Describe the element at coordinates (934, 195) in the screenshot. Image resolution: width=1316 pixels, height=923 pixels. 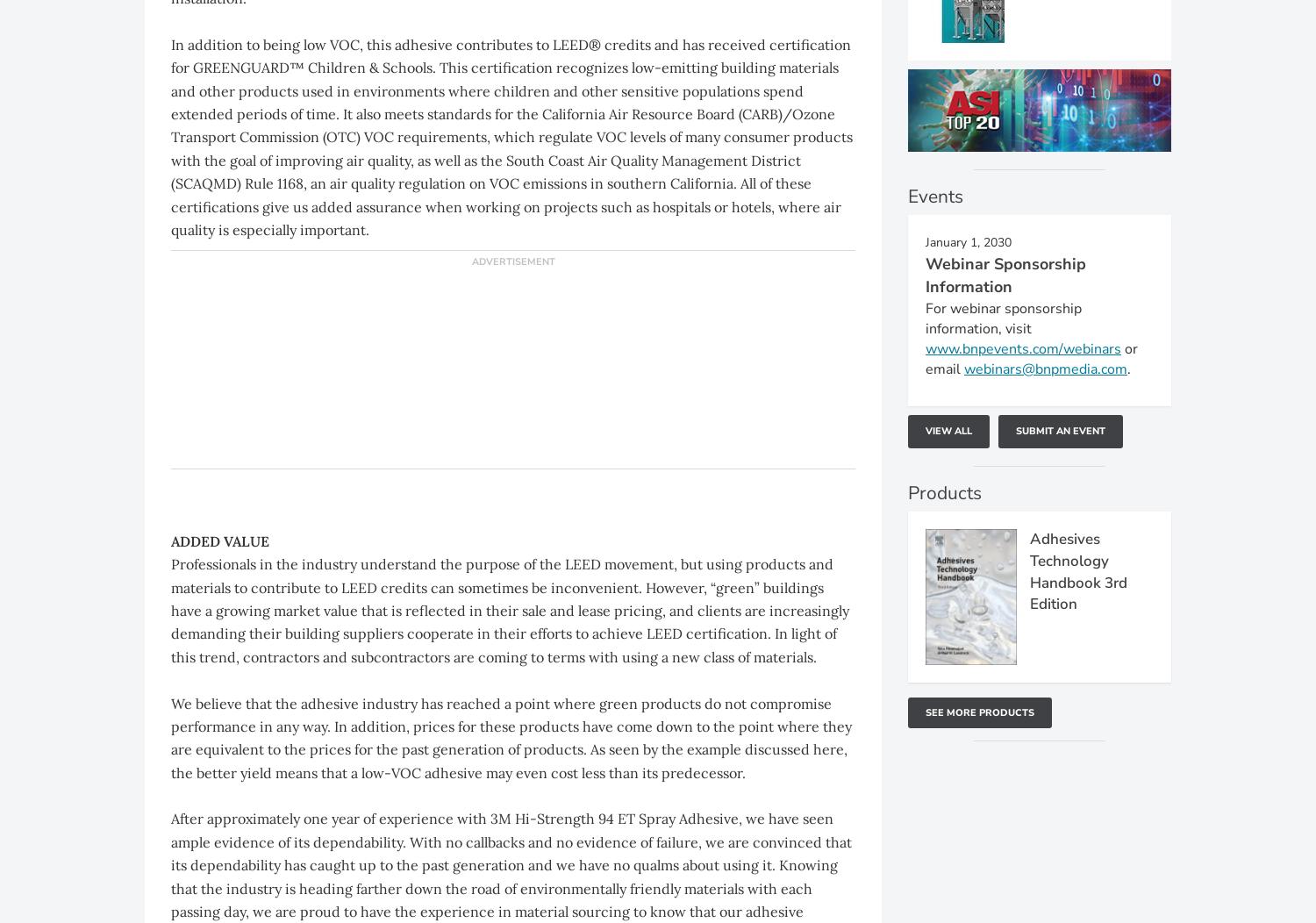
I see `'Events'` at that location.